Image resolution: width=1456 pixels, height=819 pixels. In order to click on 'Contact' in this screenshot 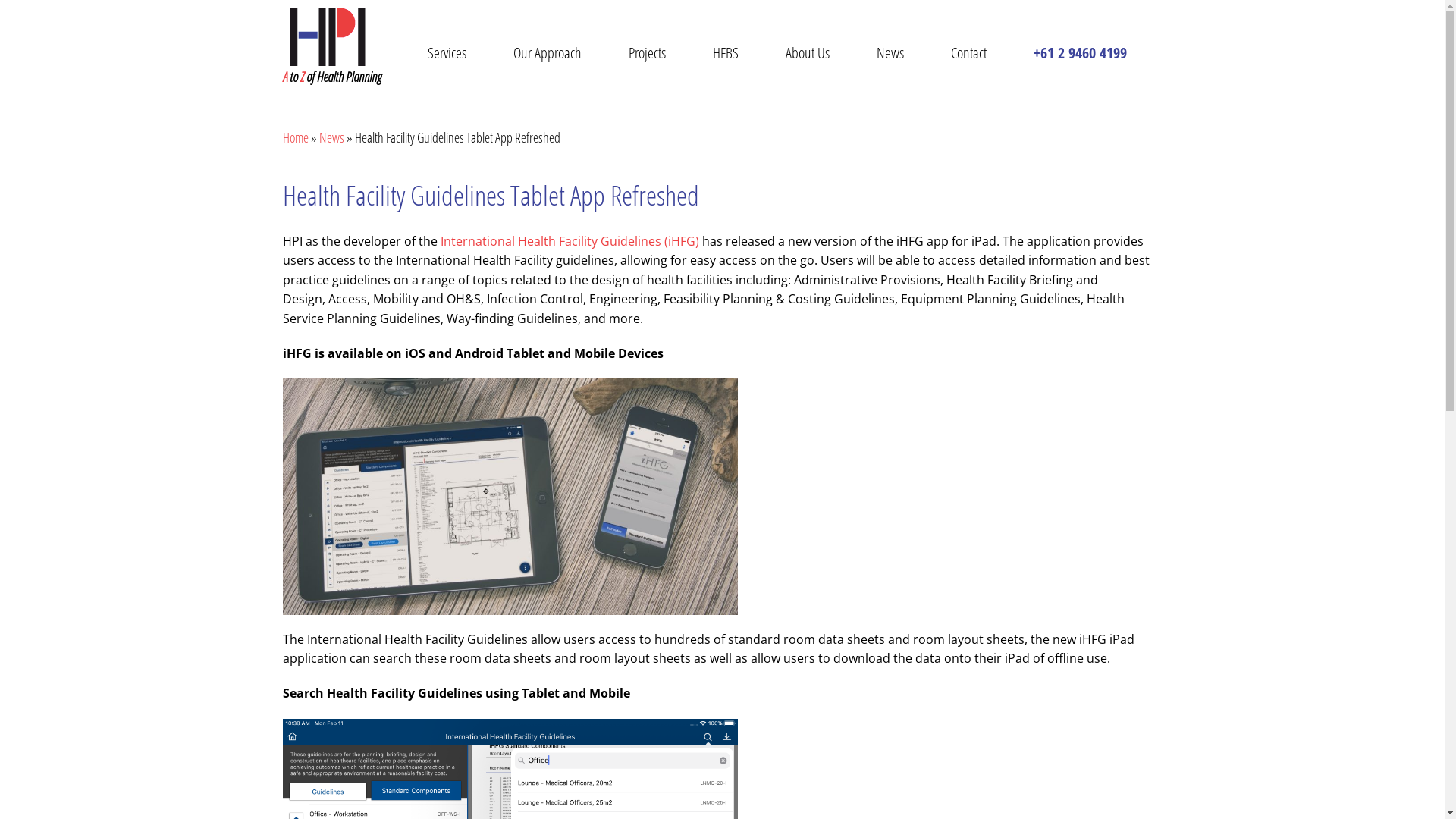, I will do `click(967, 52)`.